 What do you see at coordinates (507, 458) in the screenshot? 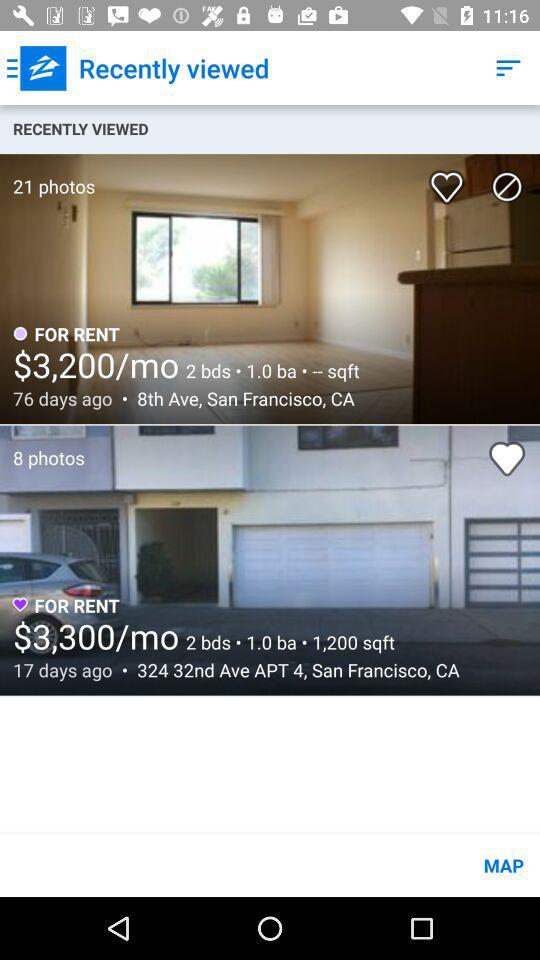
I see `the item on the right` at bounding box center [507, 458].